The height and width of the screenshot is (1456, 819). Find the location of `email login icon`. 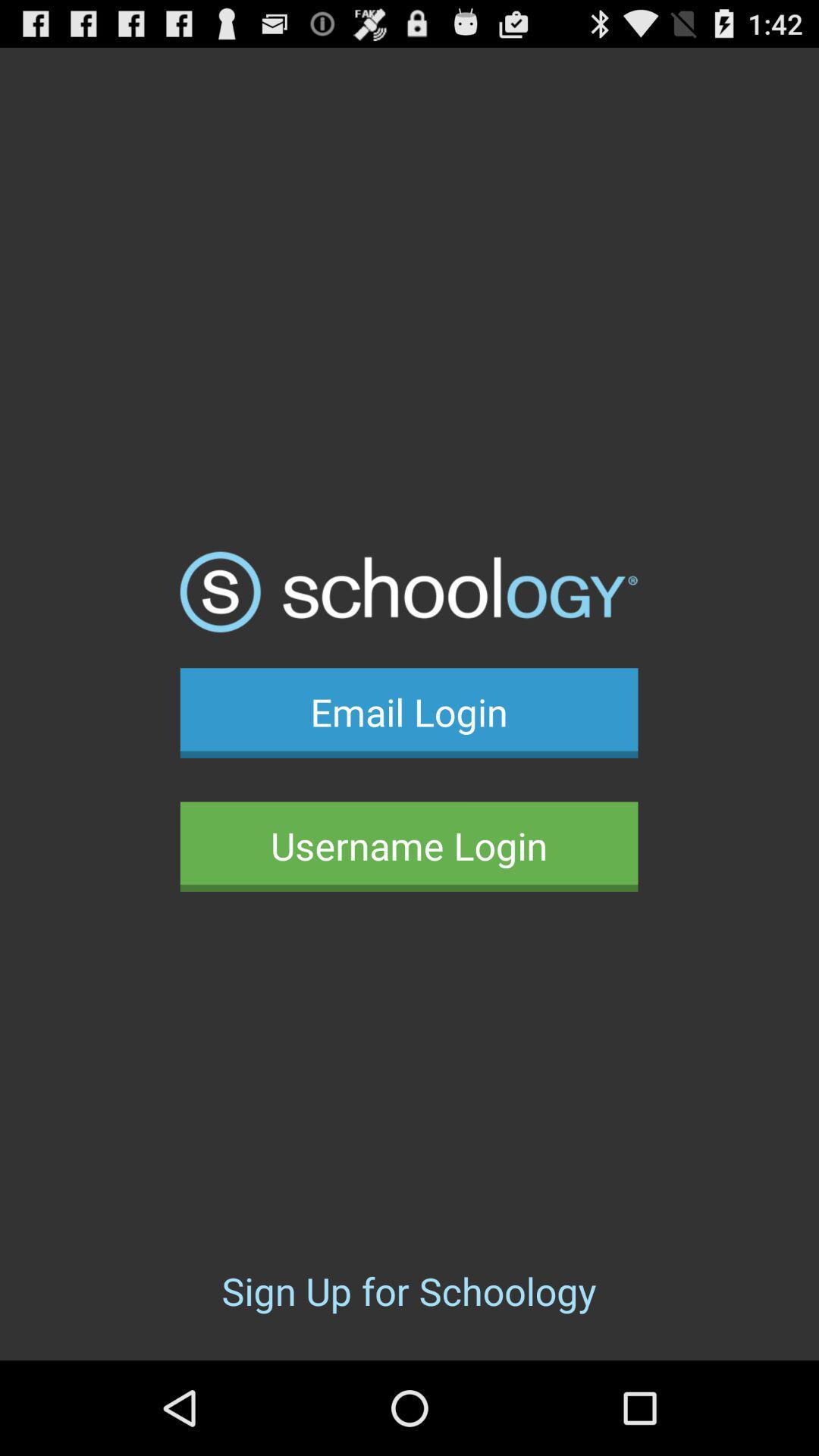

email login icon is located at coordinates (408, 712).